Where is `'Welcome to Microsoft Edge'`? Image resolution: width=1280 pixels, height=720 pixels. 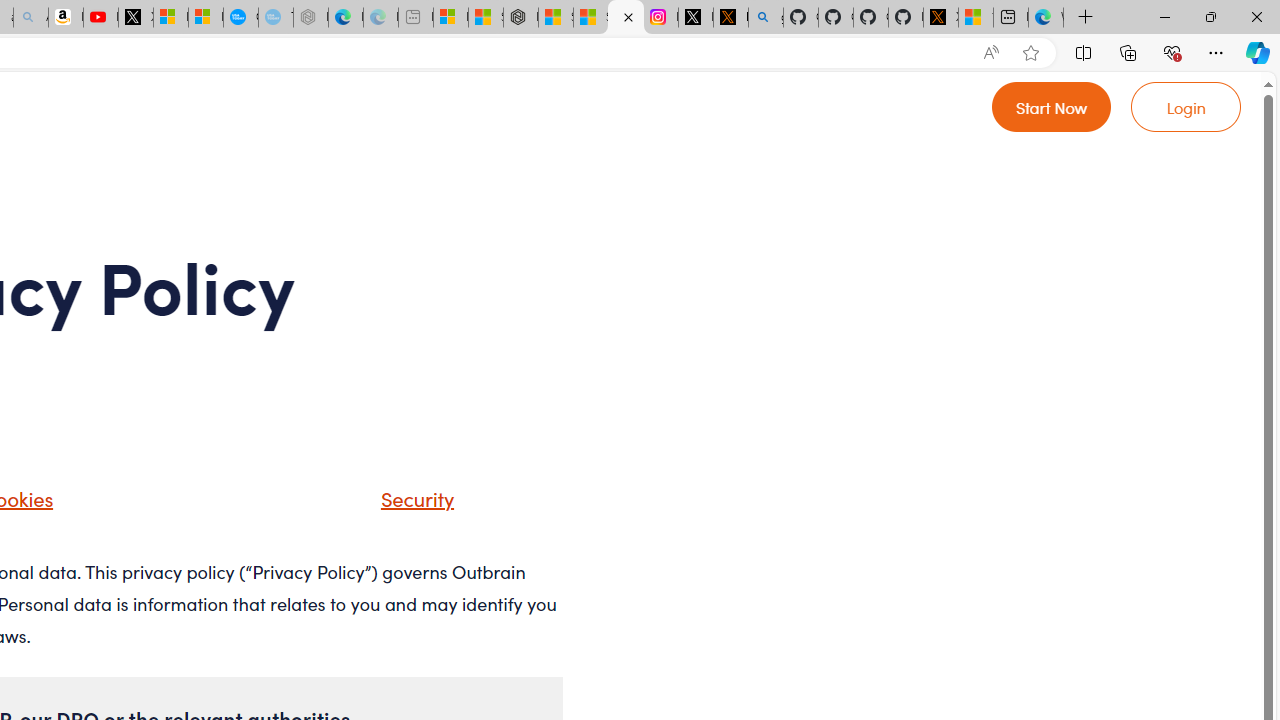
'Welcome to Microsoft Edge' is located at coordinates (1045, 17).